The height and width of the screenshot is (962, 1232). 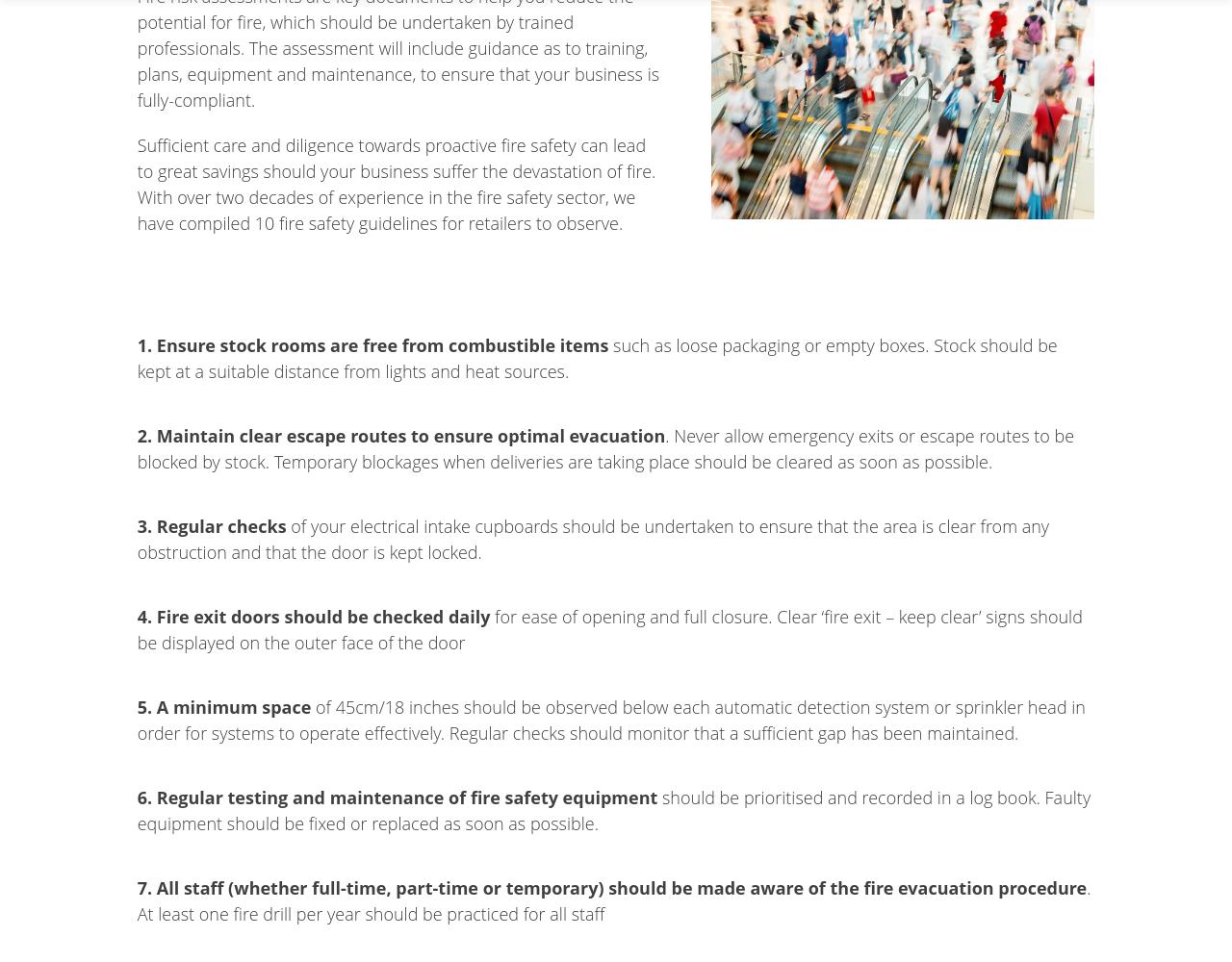 I want to click on '5. A minimum space', so click(x=135, y=705).